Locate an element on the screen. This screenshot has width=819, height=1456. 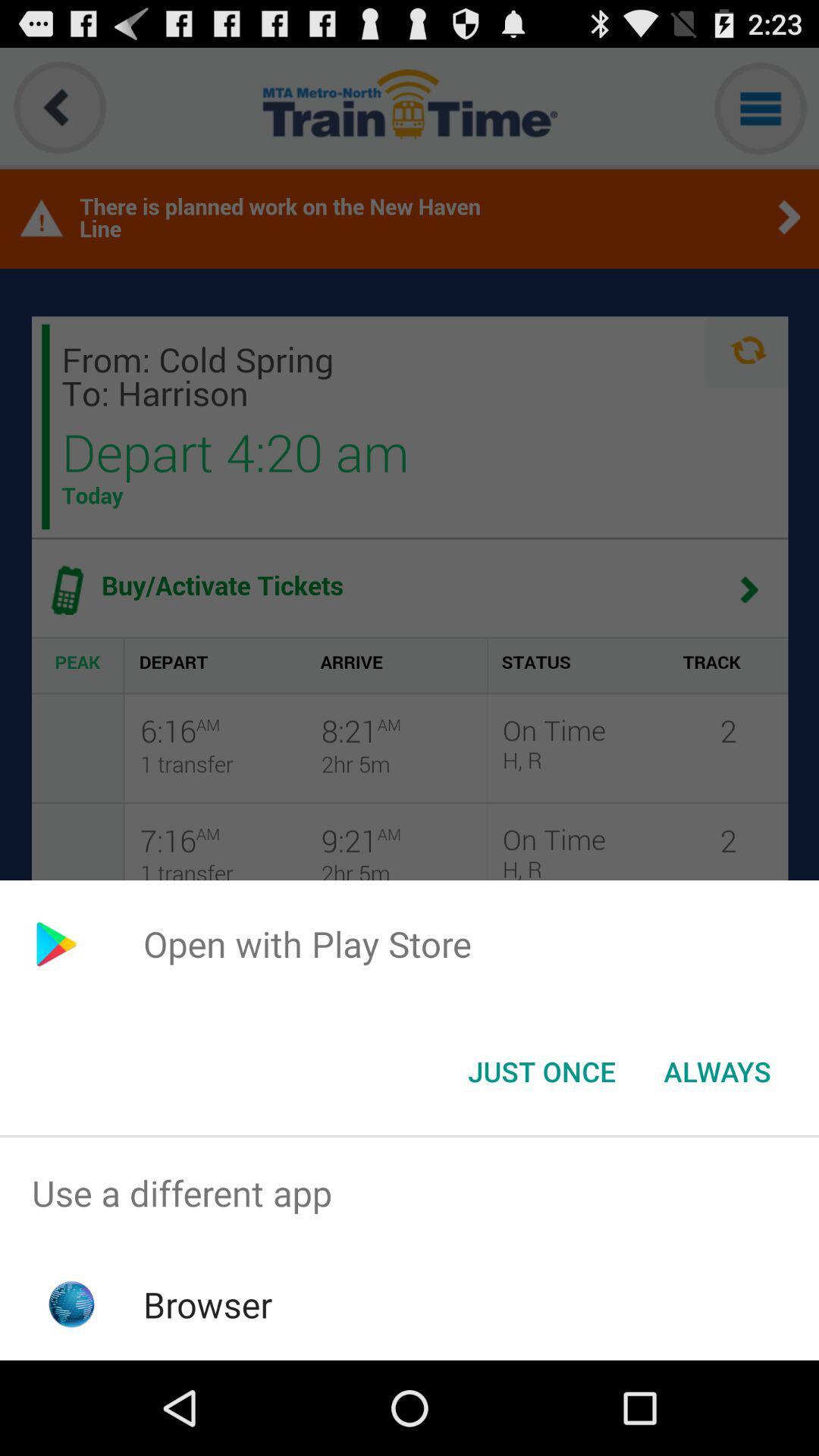
the icon below the use a different is located at coordinates (208, 1304).